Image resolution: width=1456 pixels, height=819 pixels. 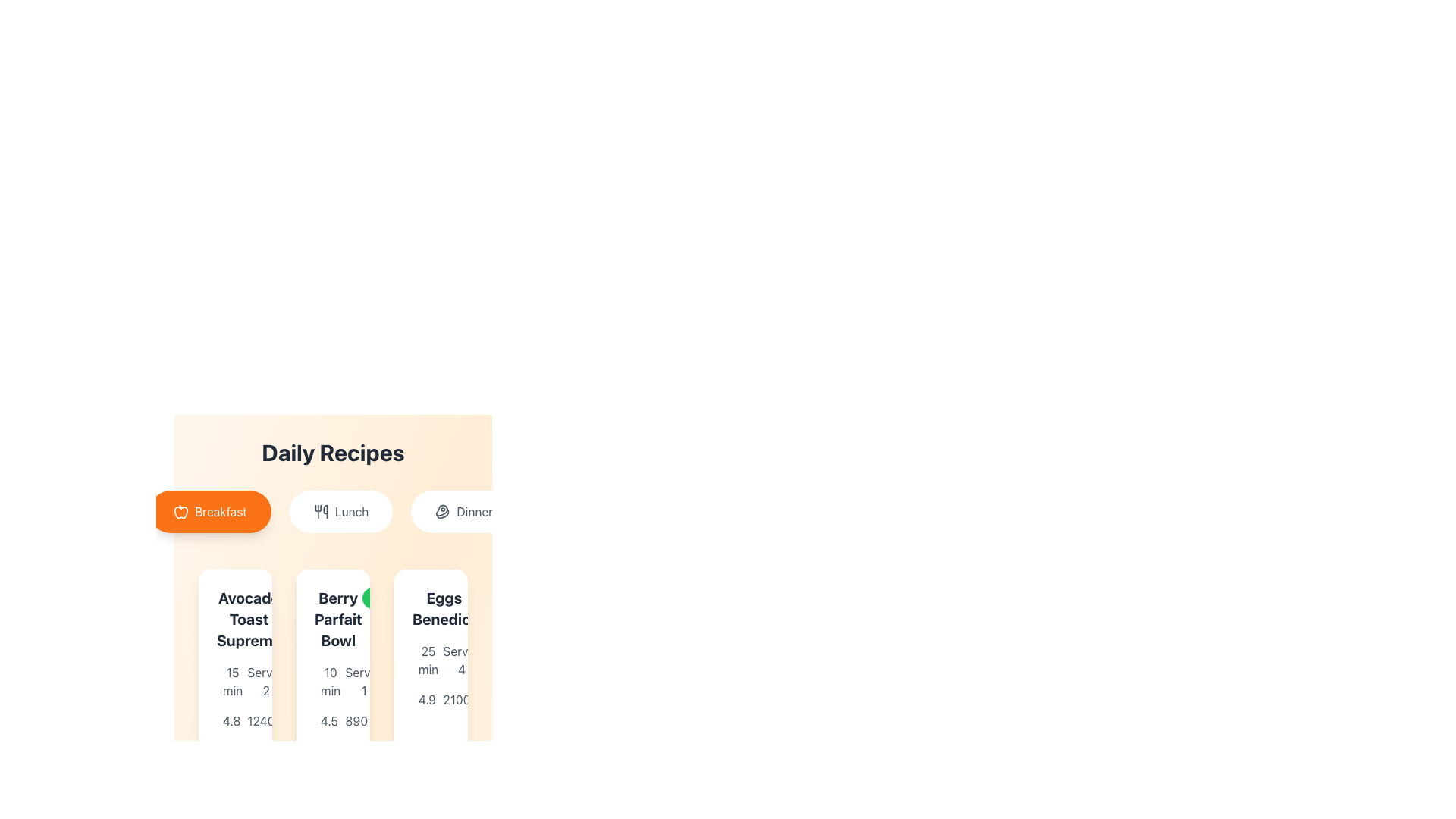 I want to click on the text displaying the serving size information for the dish 'Eggs Benedict', located below the subtitle '25 min' and adjacent to the rating and likes summary, so click(x=442, y=660).